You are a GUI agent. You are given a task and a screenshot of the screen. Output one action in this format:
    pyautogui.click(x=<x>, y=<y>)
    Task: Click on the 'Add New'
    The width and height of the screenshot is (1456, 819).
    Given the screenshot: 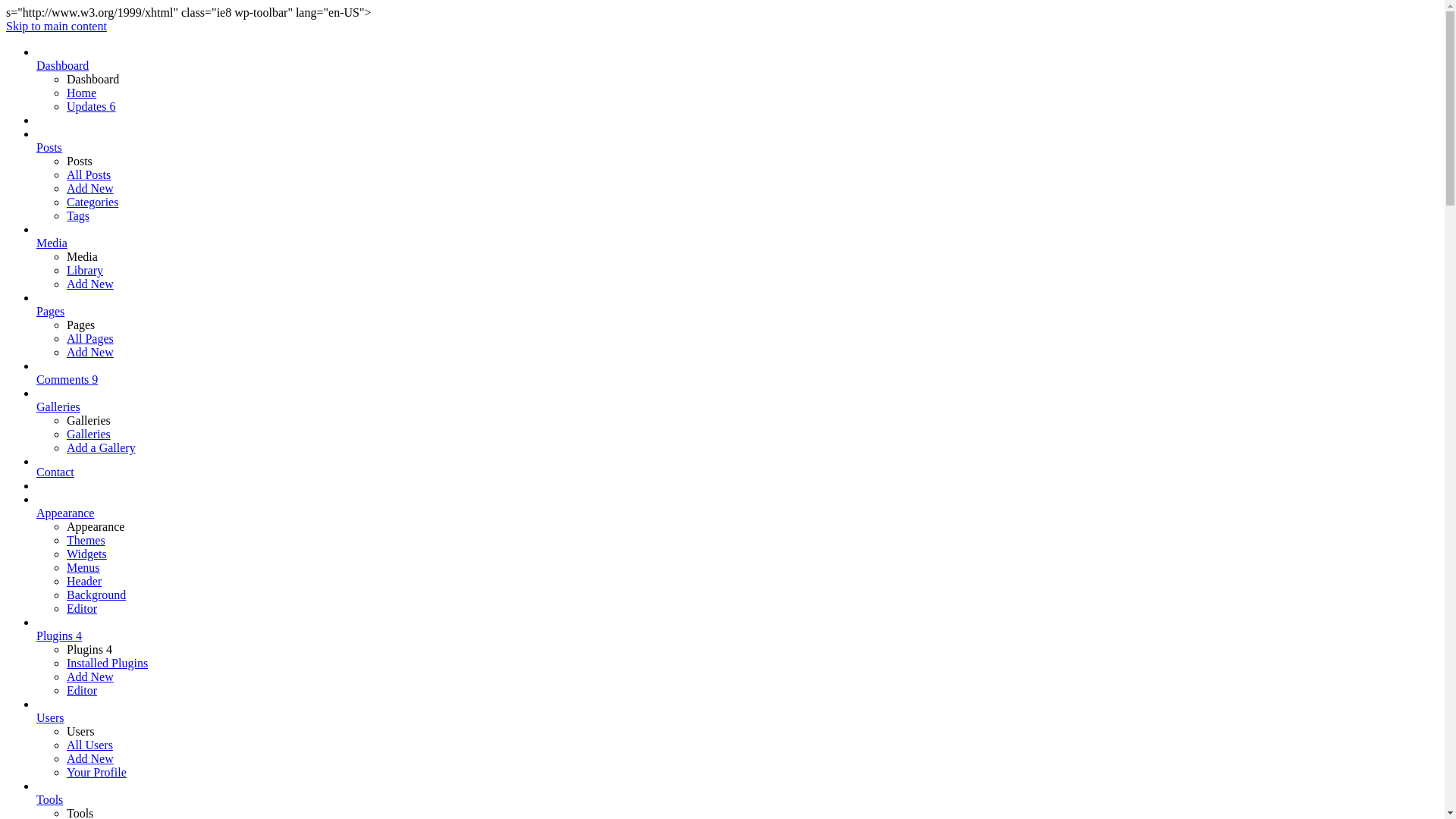 What is the action you would take?
    pyautogui.click(x=89, y=187)
    